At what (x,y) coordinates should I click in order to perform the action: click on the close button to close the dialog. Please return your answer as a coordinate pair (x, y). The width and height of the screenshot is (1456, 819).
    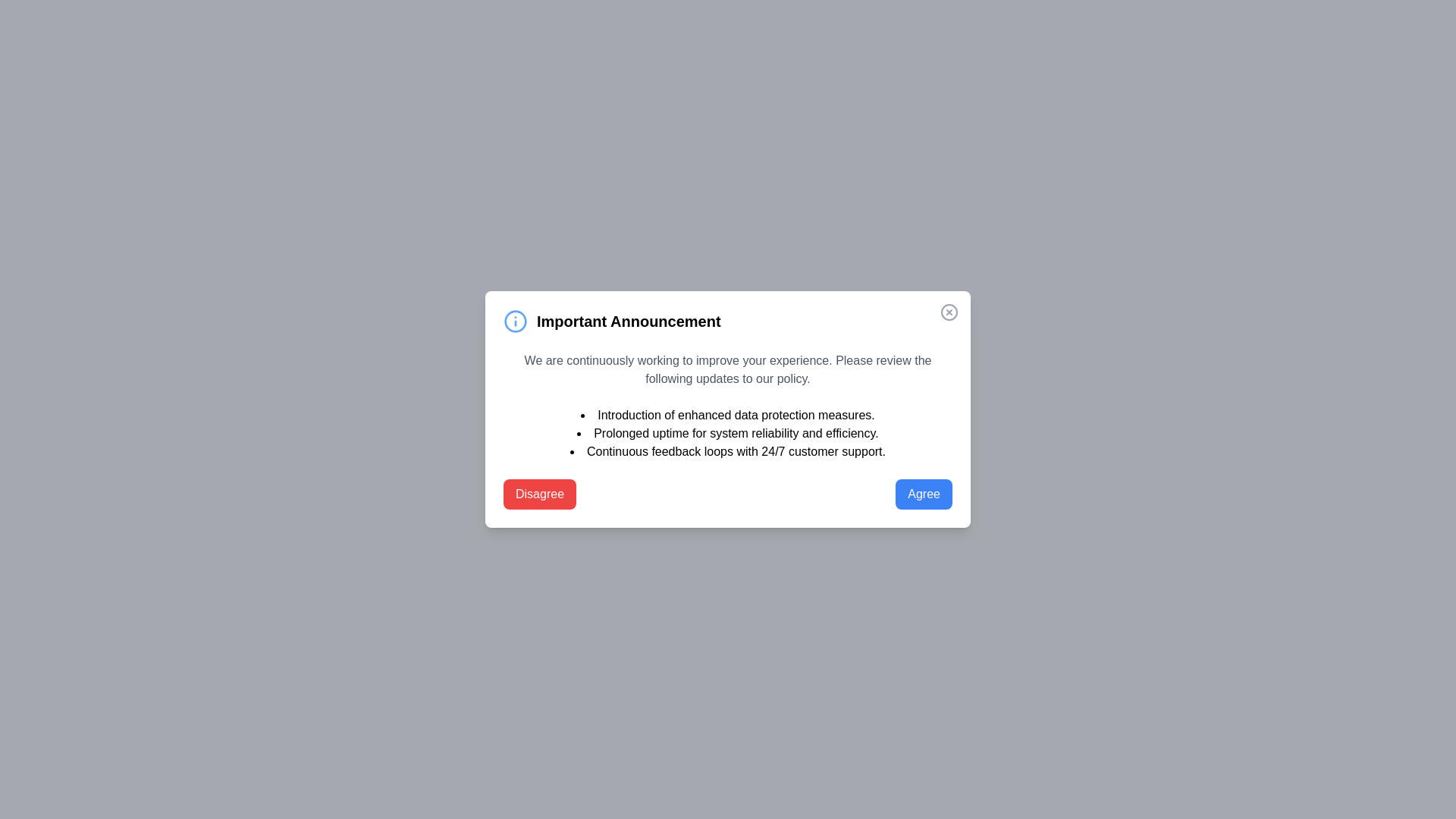
    Looking at the image, I should click on (949, 312).